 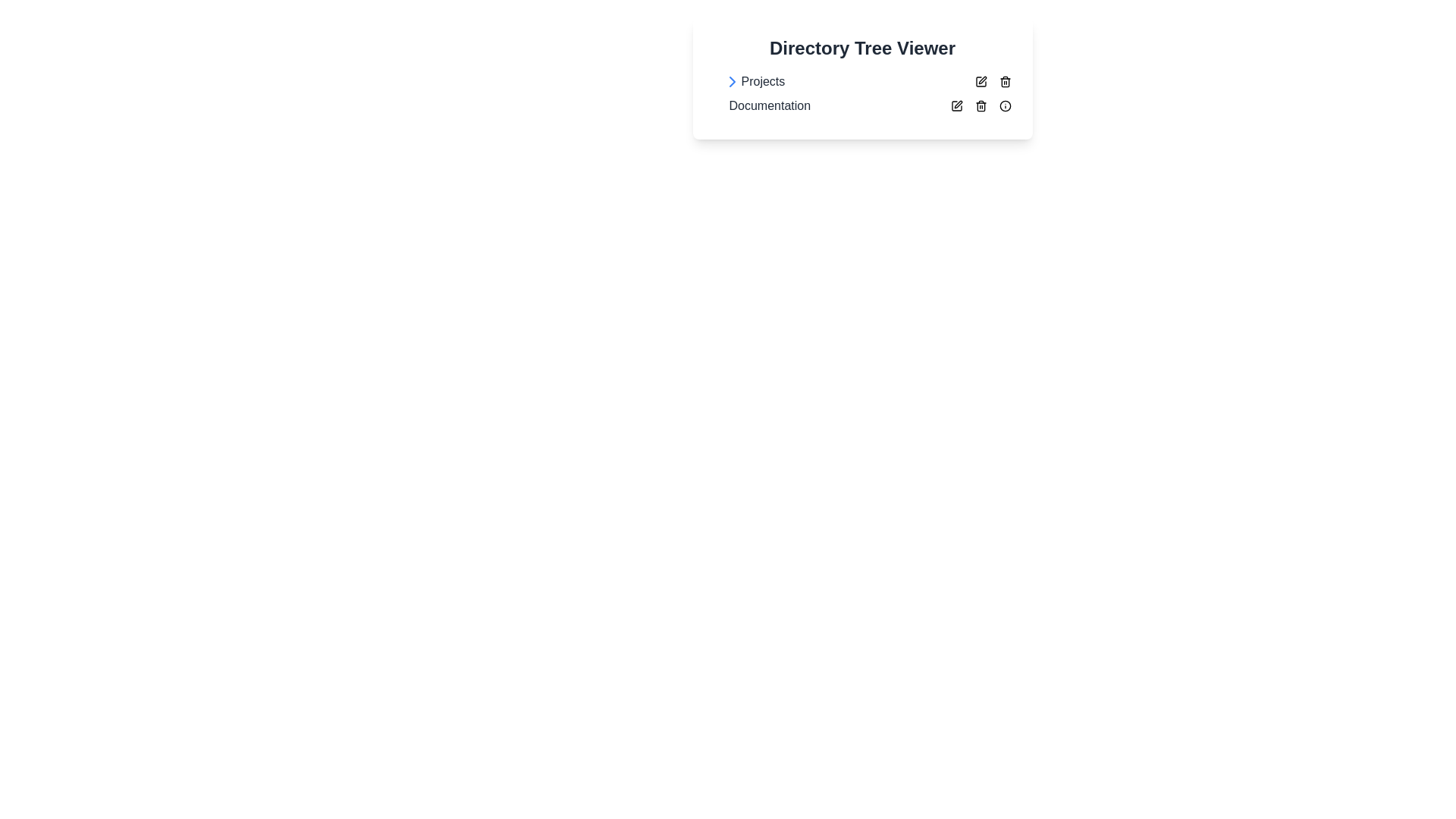 I want to click on the small blue rightward arrow icon located to the left of the 'Projects' text label, so click(x=732, y=82).